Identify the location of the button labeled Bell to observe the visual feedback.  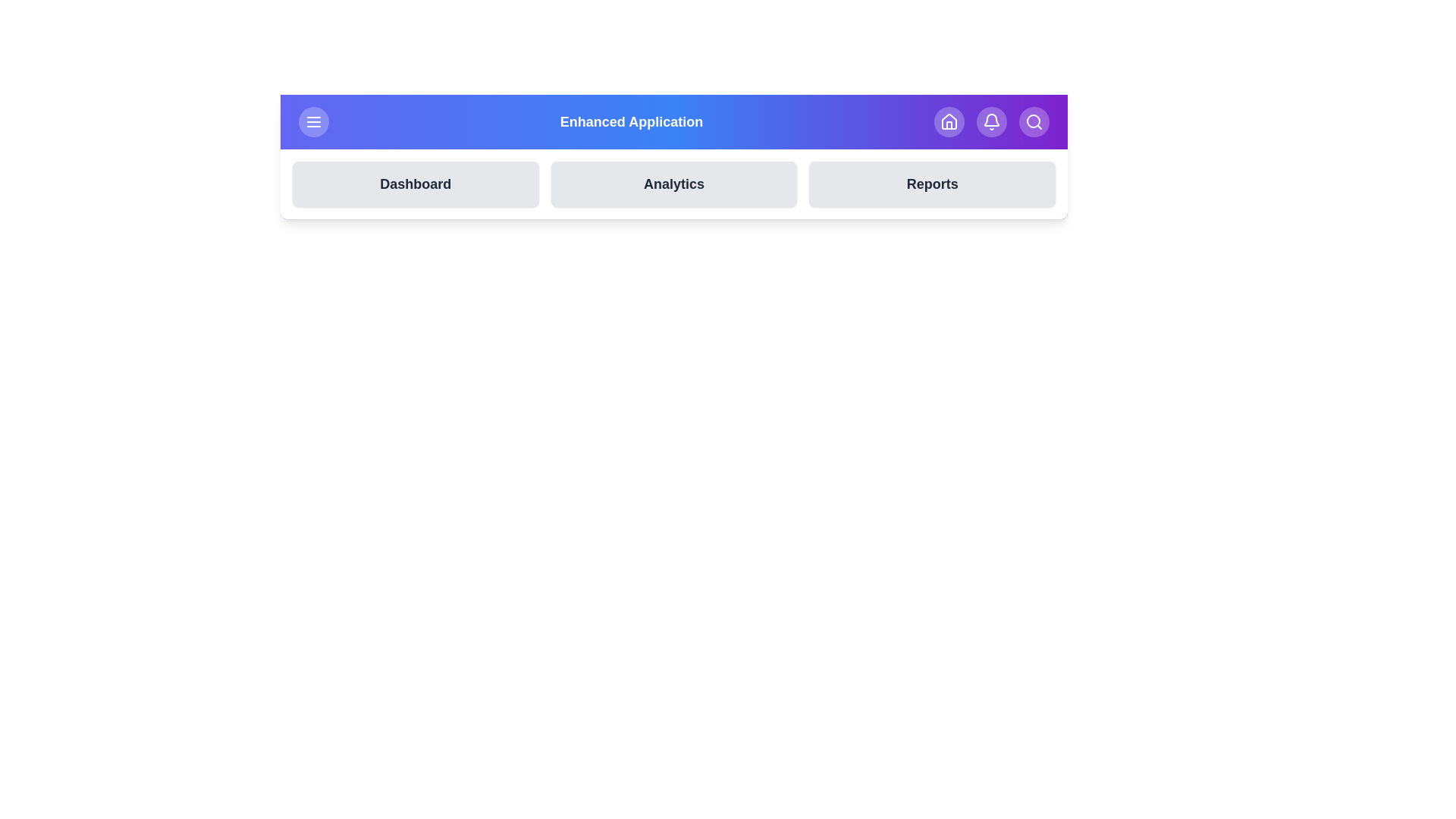
(991, 121).